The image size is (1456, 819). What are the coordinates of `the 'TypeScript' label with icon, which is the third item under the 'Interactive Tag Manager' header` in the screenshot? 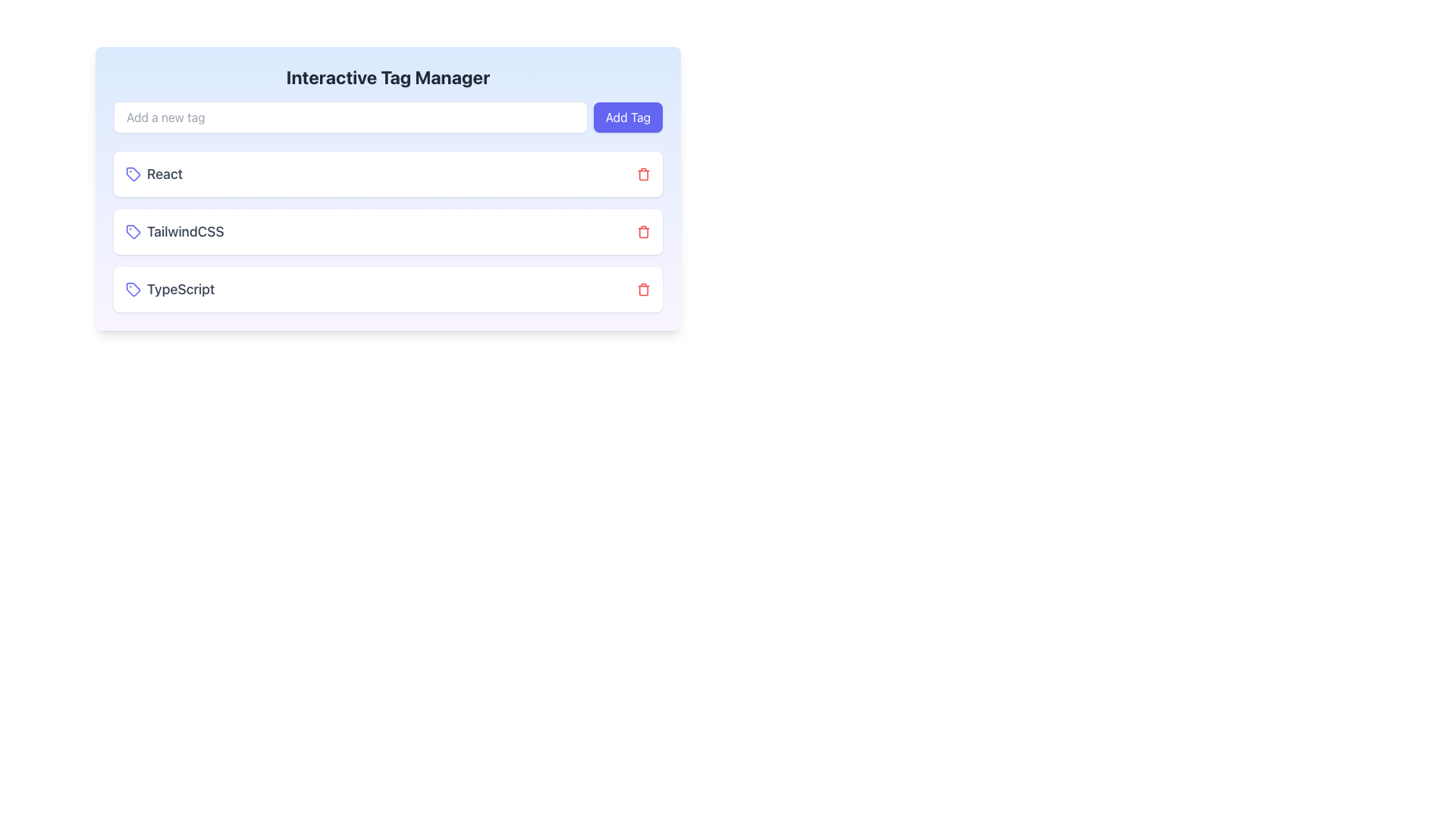 It's located at (170, 289).